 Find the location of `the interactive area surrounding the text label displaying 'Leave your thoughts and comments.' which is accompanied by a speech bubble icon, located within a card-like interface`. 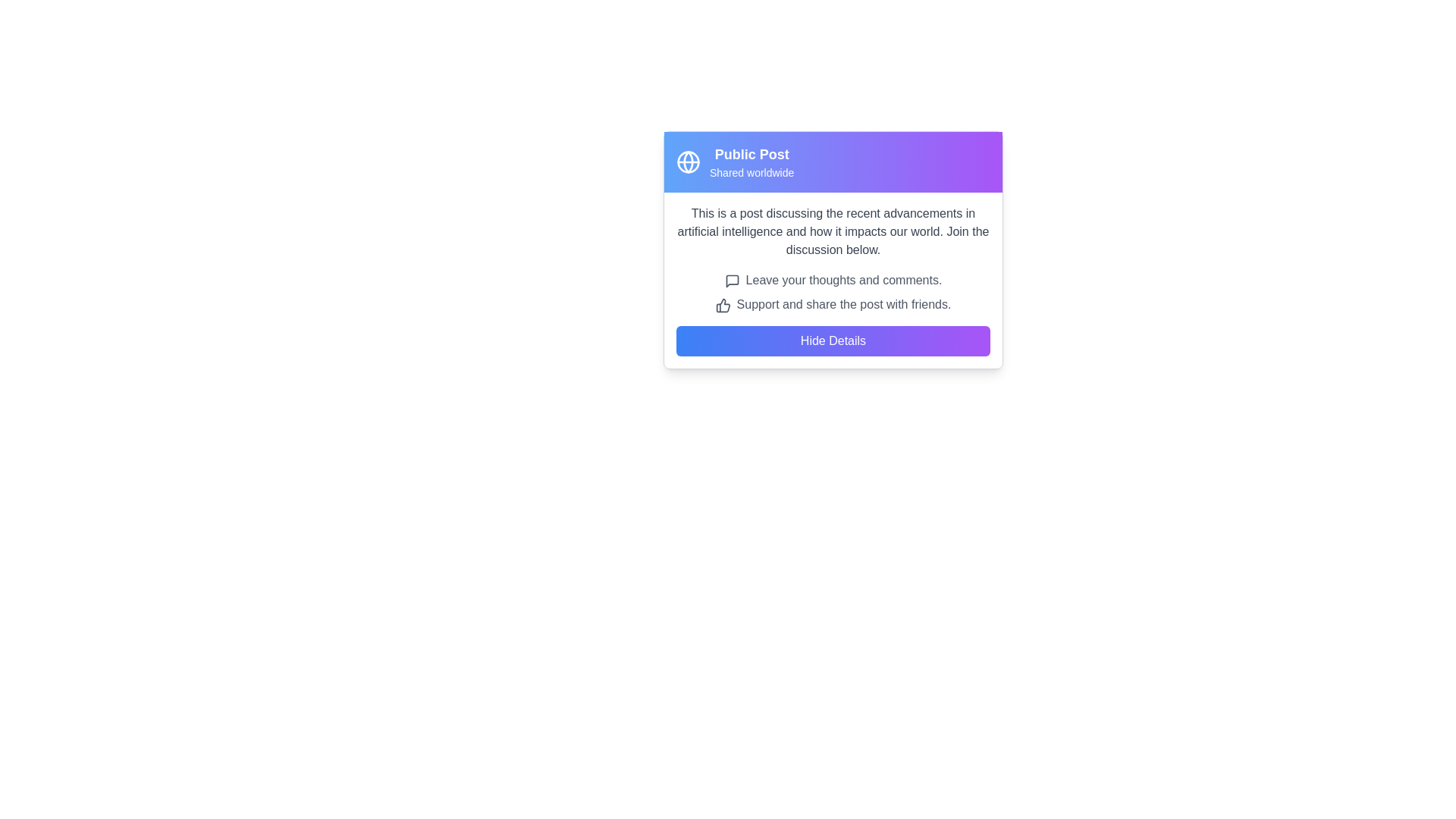

the interactive area surrounding the text label displaying 'Leave your thoughts and comments.' which is accompanied by a speech bubble icon, located within a card-like interface is located at coordinates (833, 281).